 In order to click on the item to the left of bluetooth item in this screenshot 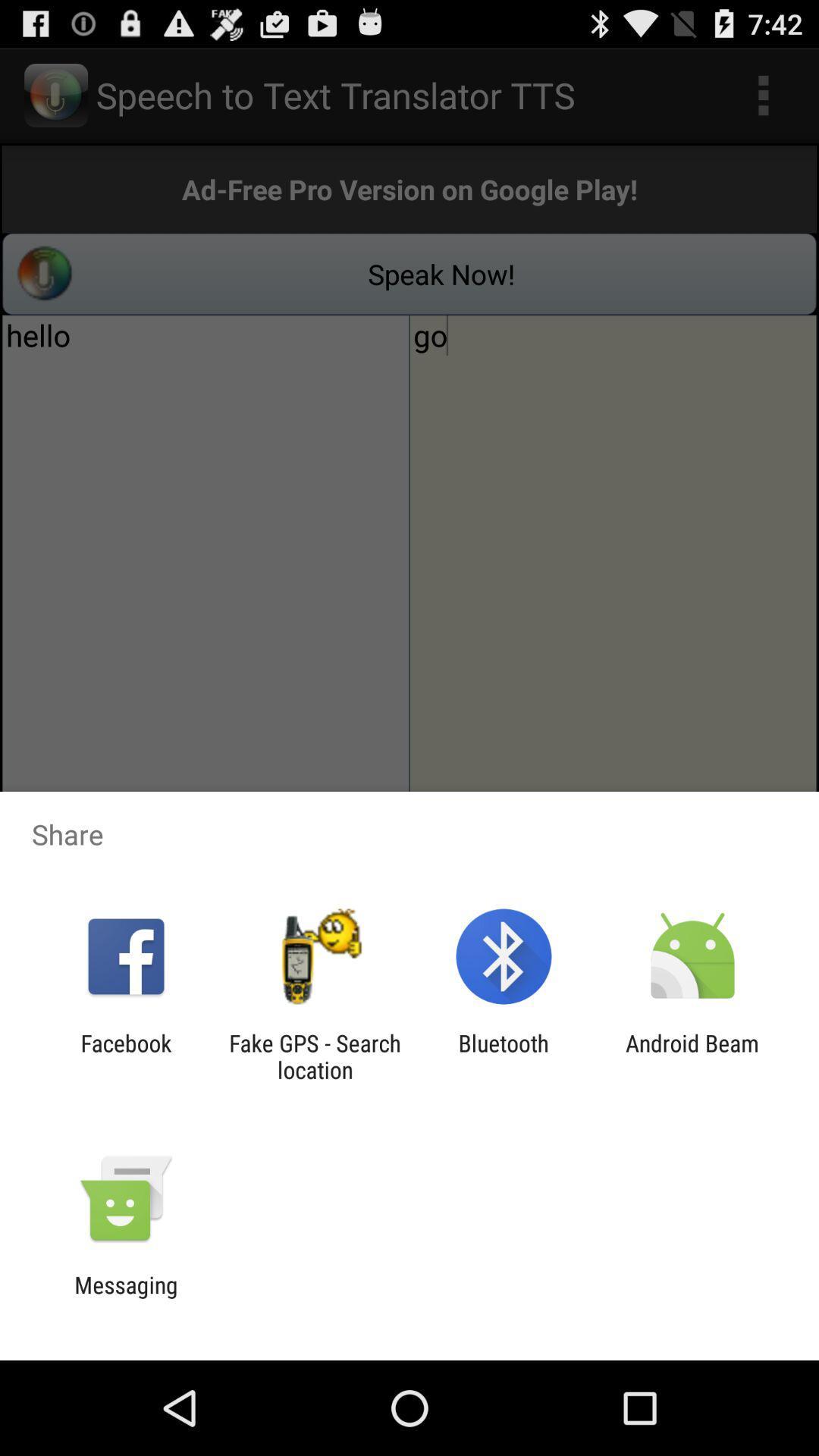, I will do `click(314, 1056)`.